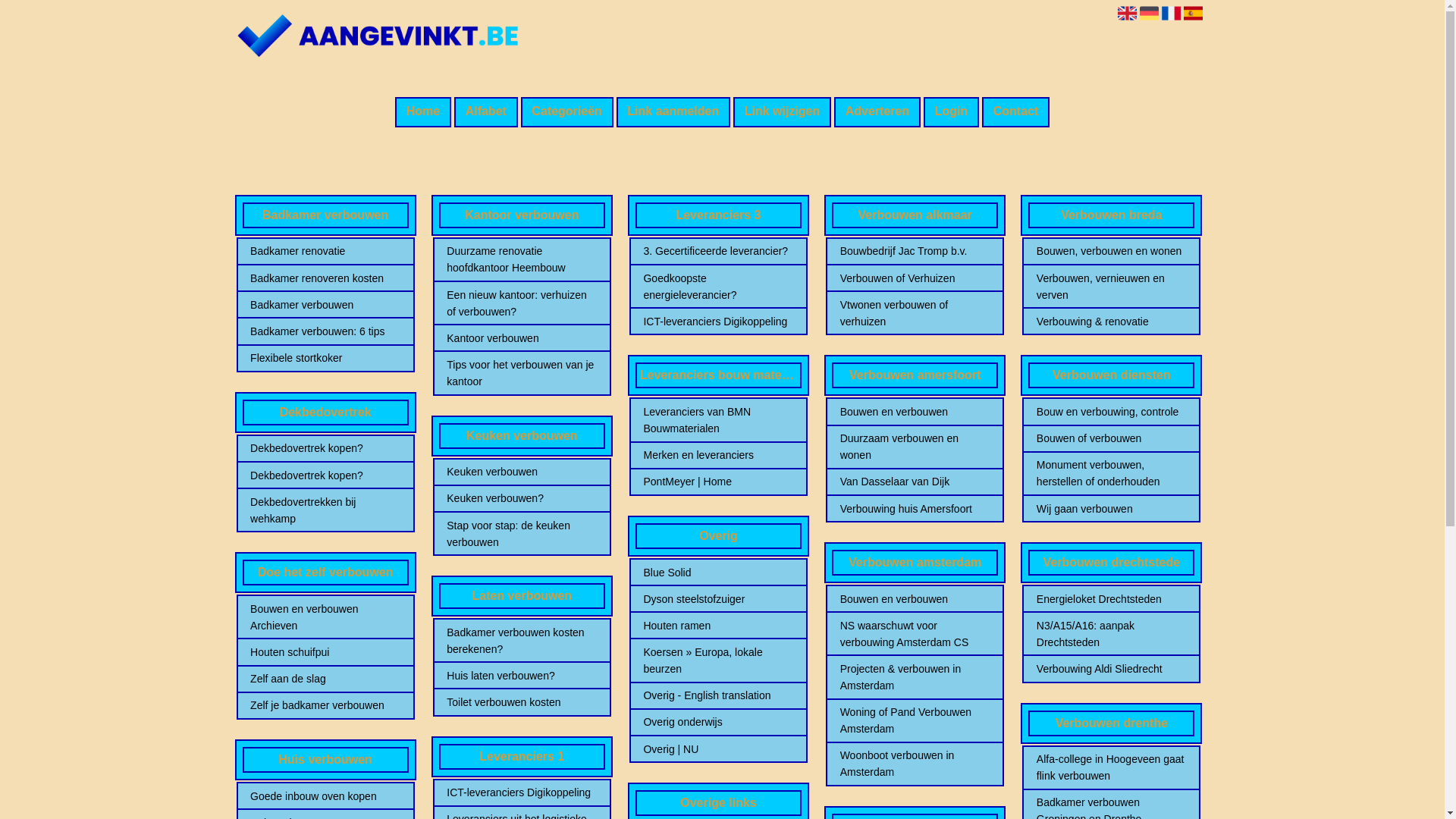 The height and width of the screenshot is (819, 1456). What do you see at coordinates (324, 677) in the screenshot?
I see `'Zelf aan de slag'` at bounding box center [324, 677].